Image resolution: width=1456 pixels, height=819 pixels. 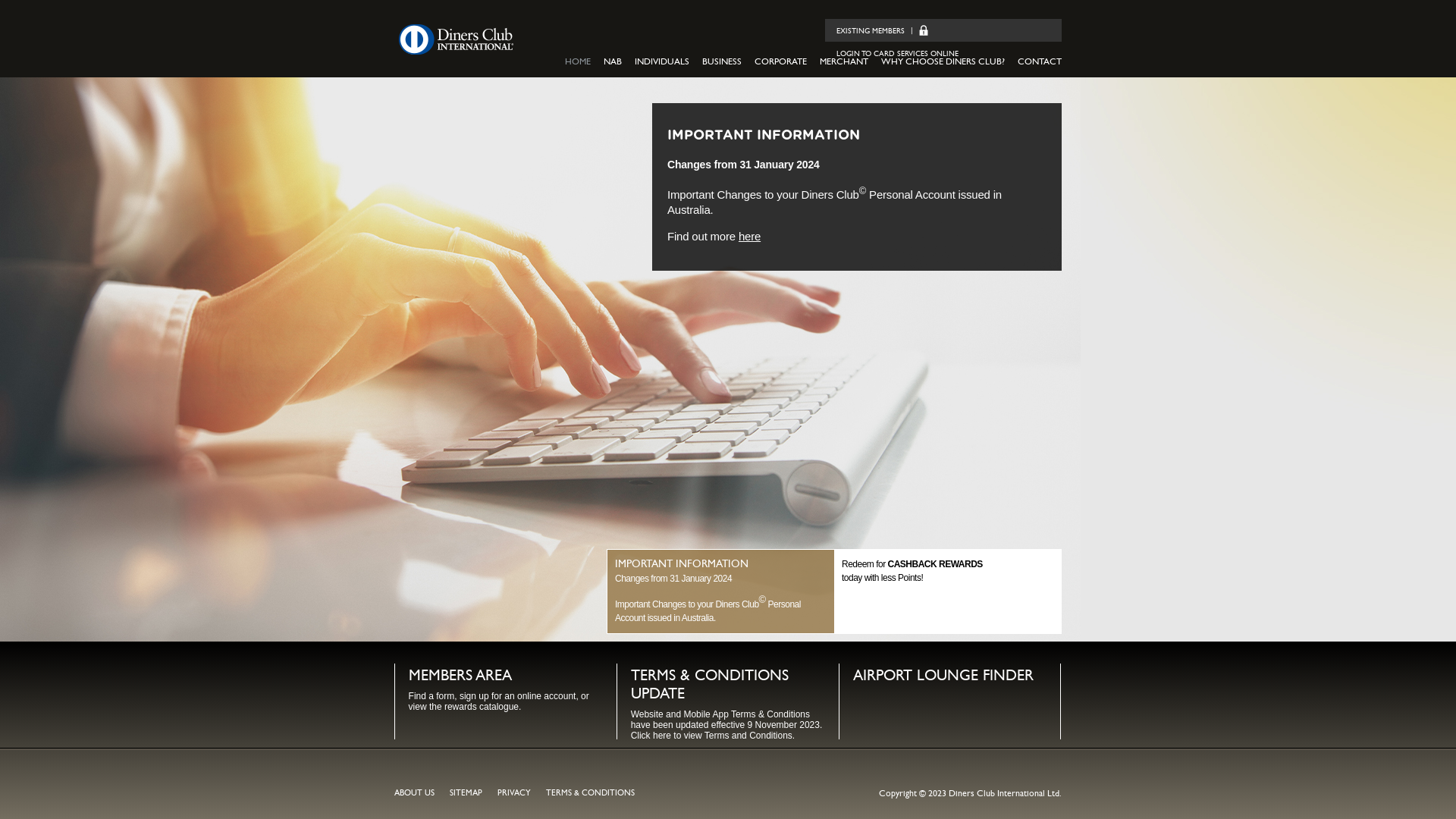 I want to click on 'SITEMAP', so click(x=465, y=792).